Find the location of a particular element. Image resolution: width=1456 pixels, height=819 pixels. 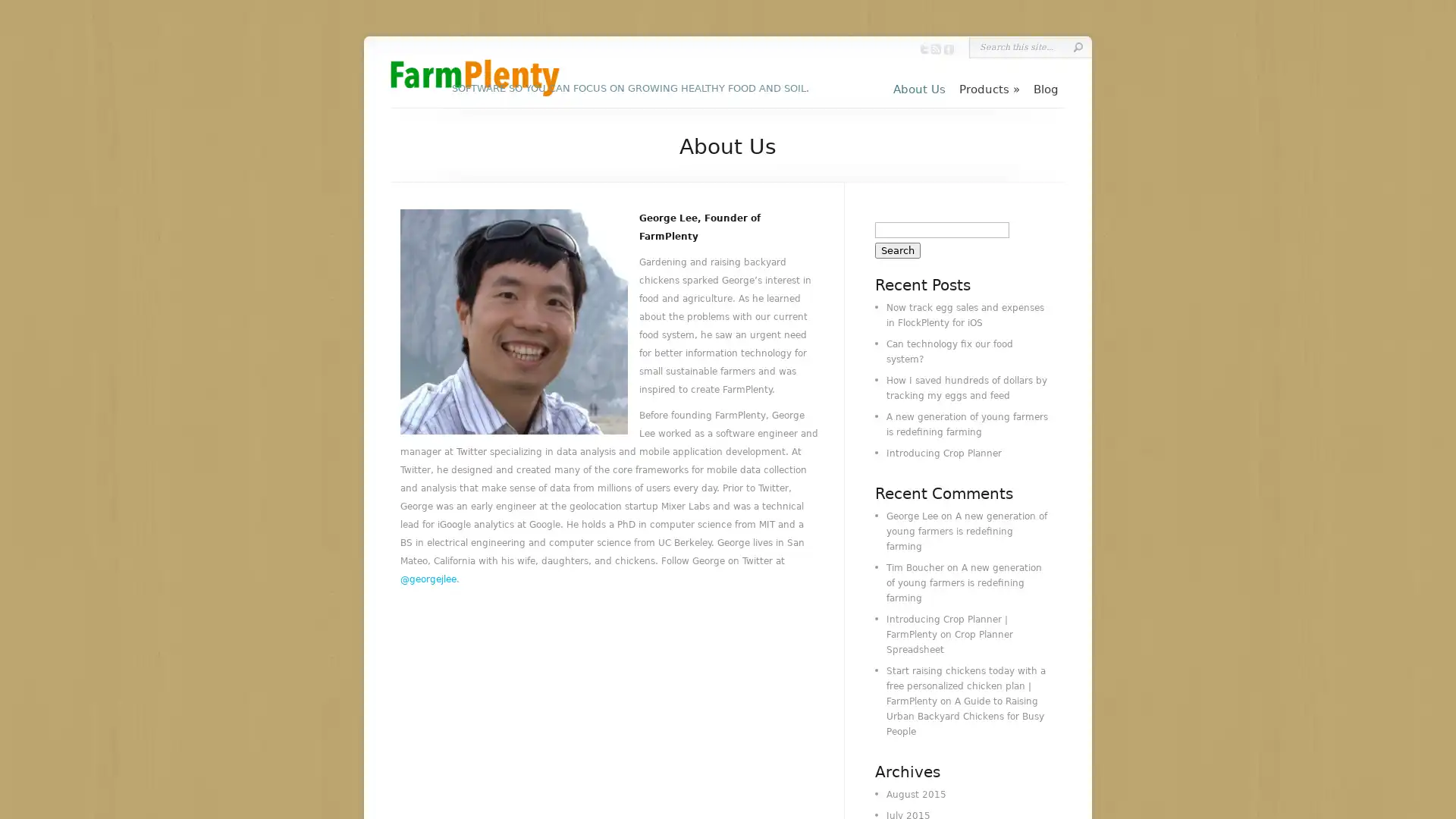

Search is located at coordinates (898, 249).